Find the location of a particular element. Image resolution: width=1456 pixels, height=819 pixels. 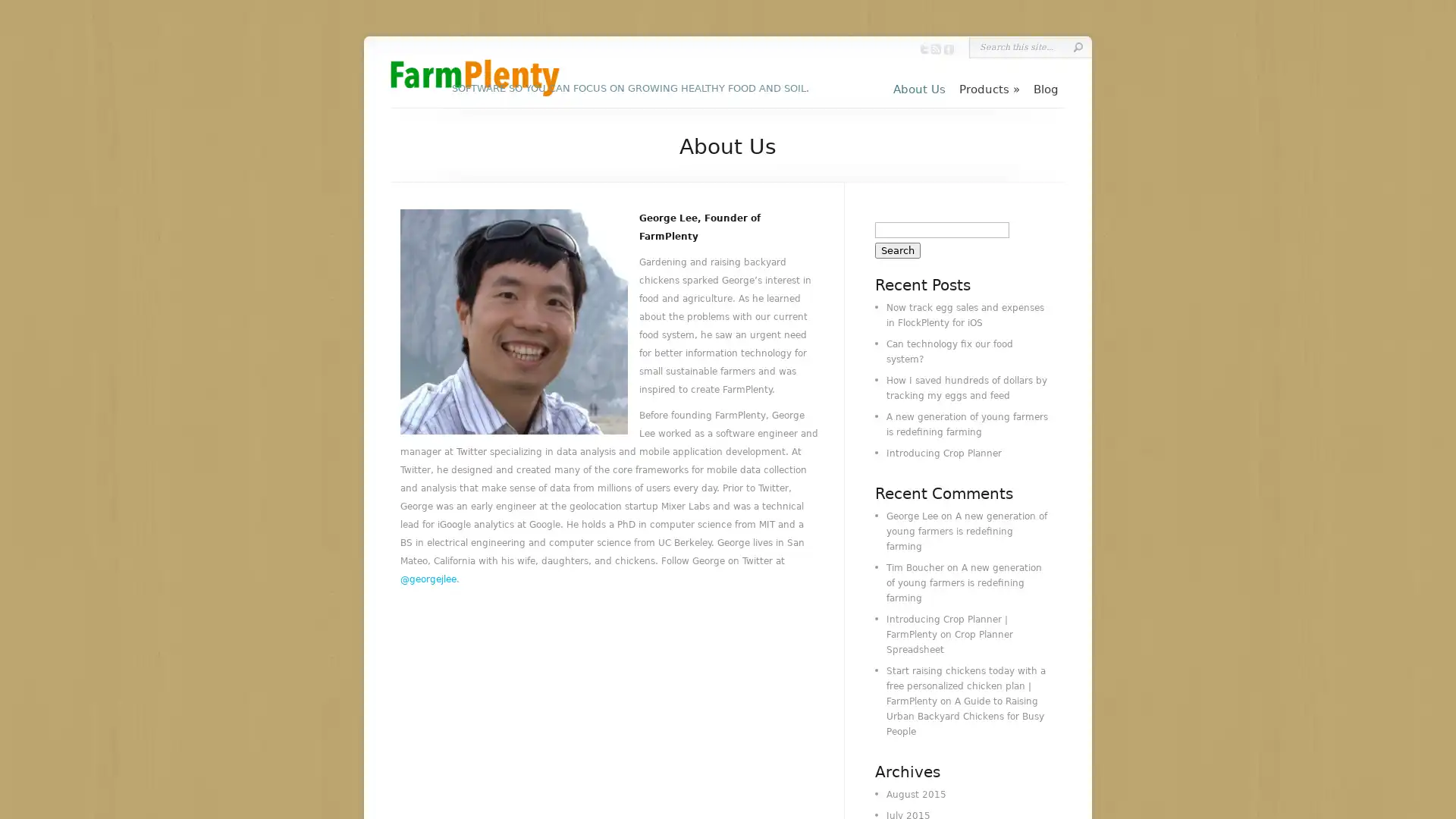

Search is located at coordinates (898, 249).